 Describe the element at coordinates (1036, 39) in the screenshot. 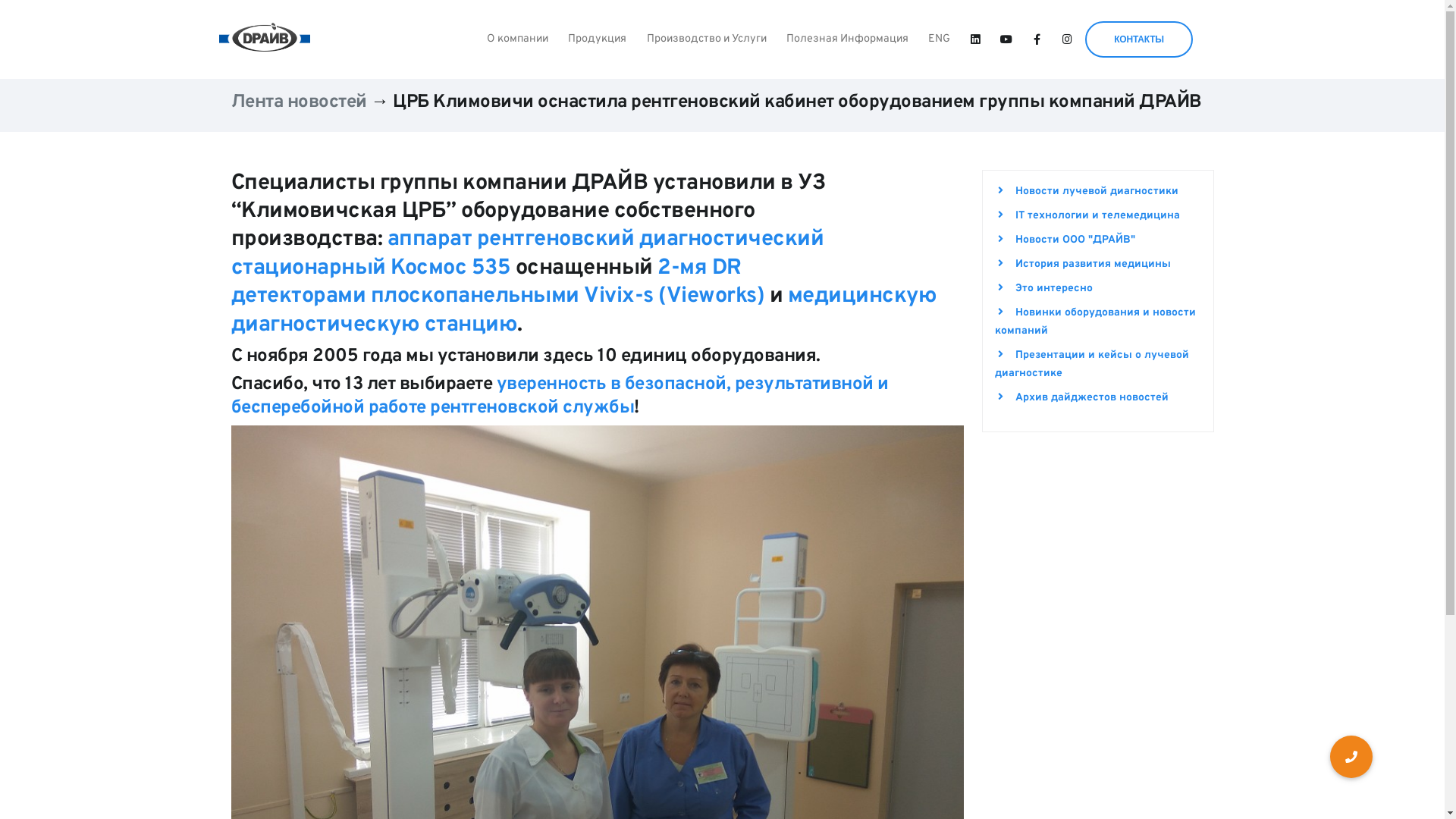

I see `'Facebook'` at that location.